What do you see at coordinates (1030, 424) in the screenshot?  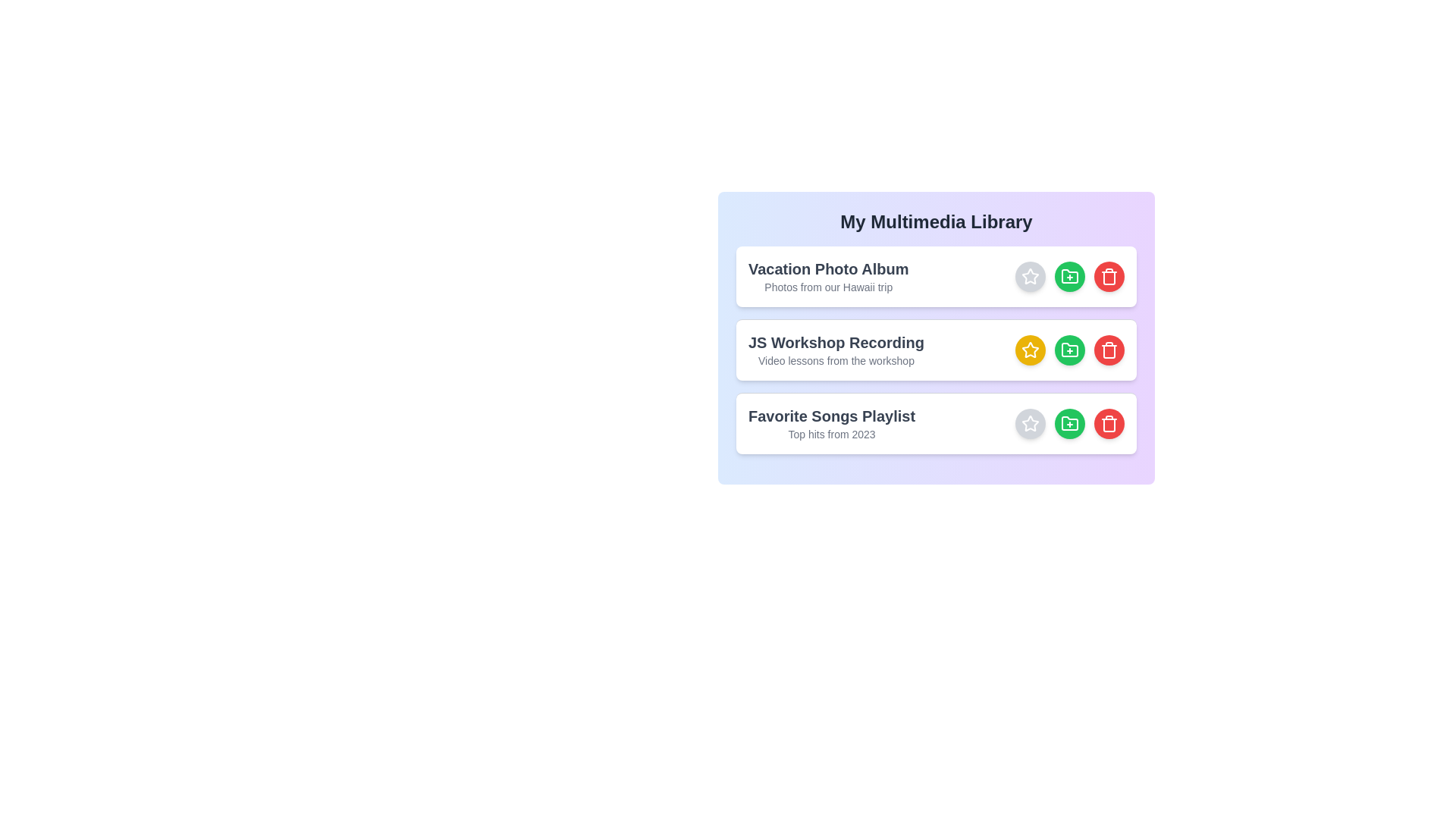 I see `the star icon button located on the rightmost side of the 'Favorite Songs Playlist' list item under the 'My Multimedia Library' section` at bounding box center [1030, 424].